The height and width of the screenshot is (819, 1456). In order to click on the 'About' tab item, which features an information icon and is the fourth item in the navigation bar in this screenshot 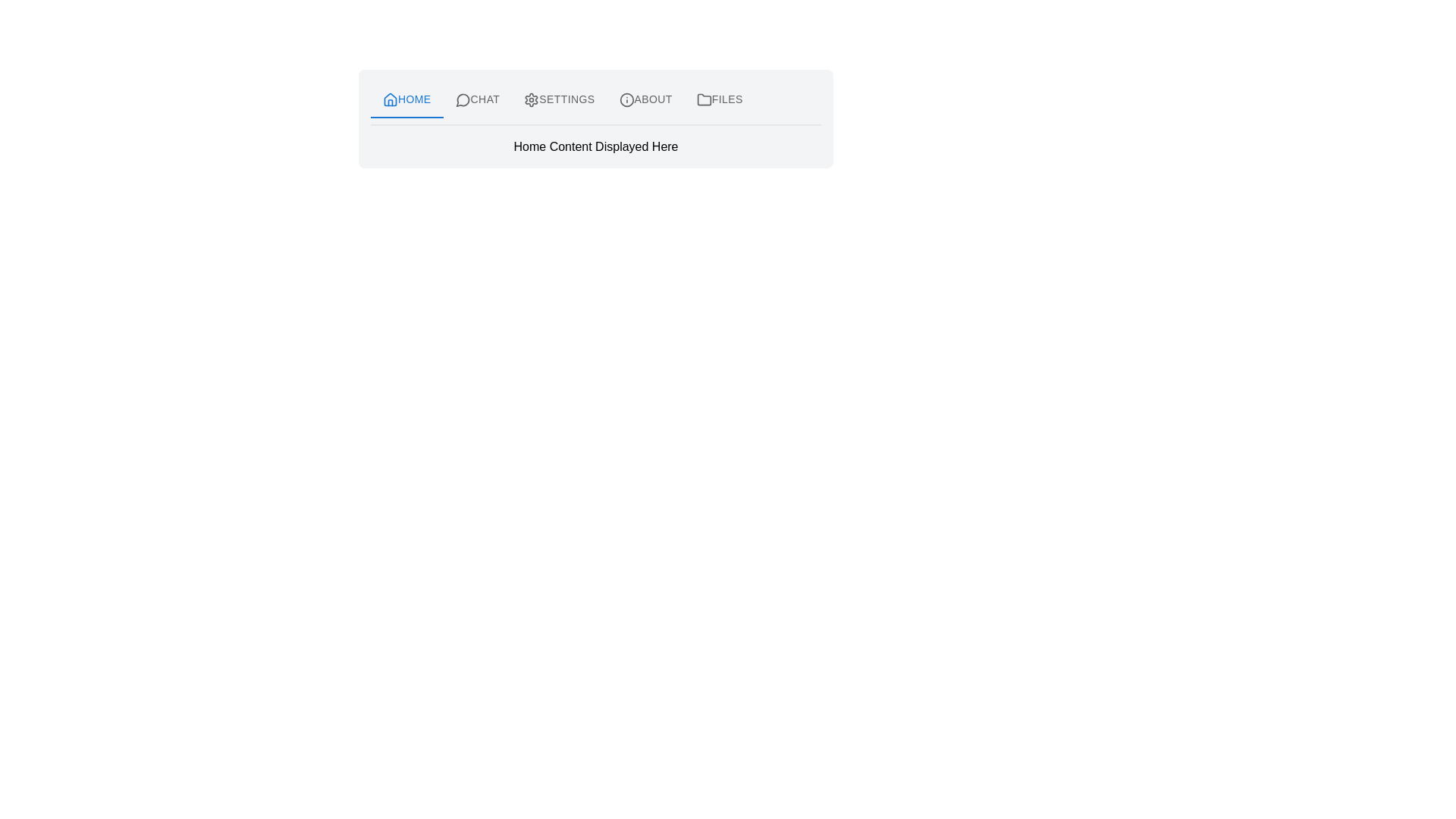, I will do `click(645, 99)`.